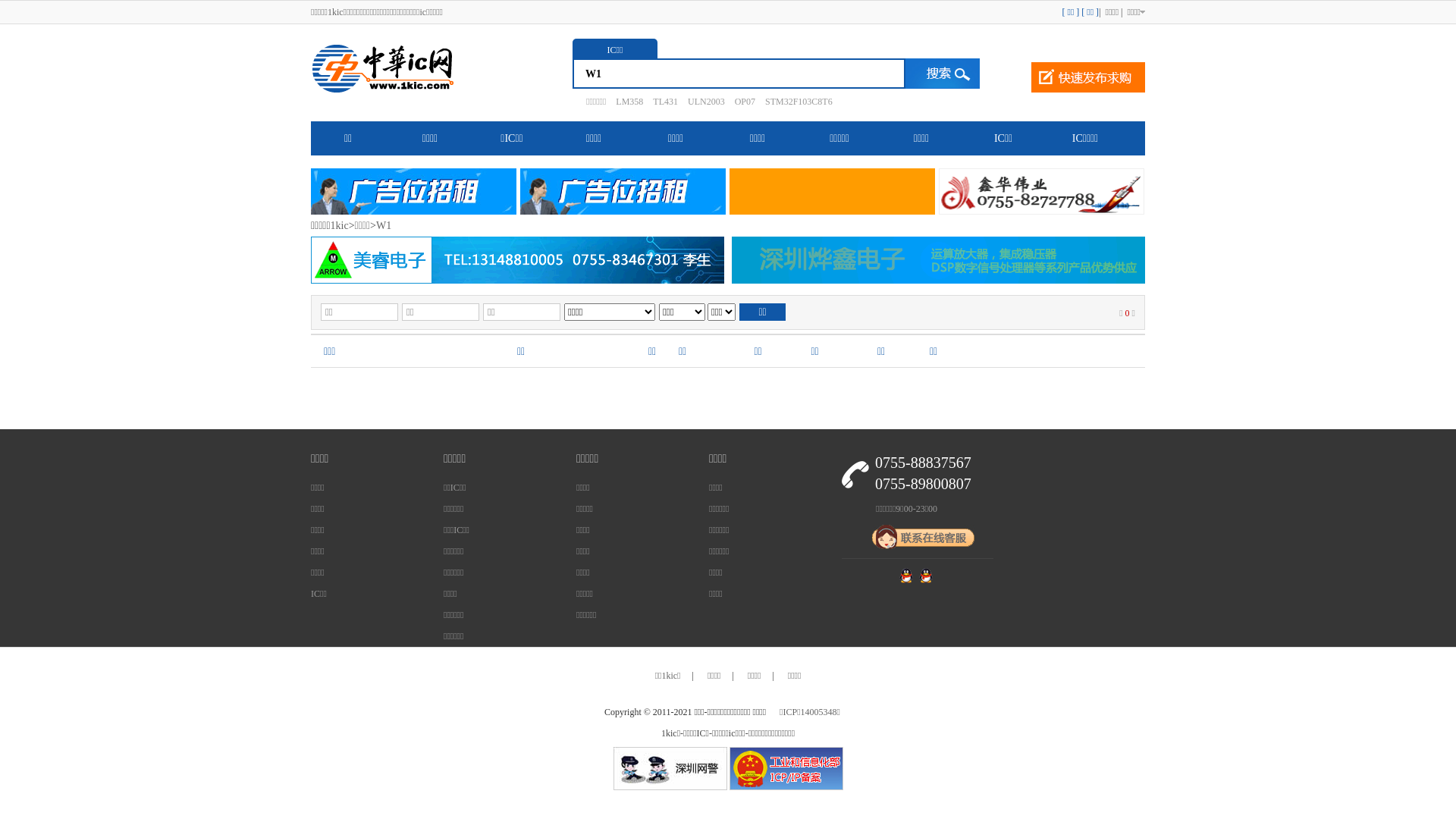 The image size is (1456, 819). Describe the element at coordinates (338, 225) in the screenshot. I see `'1kic'` at that location.